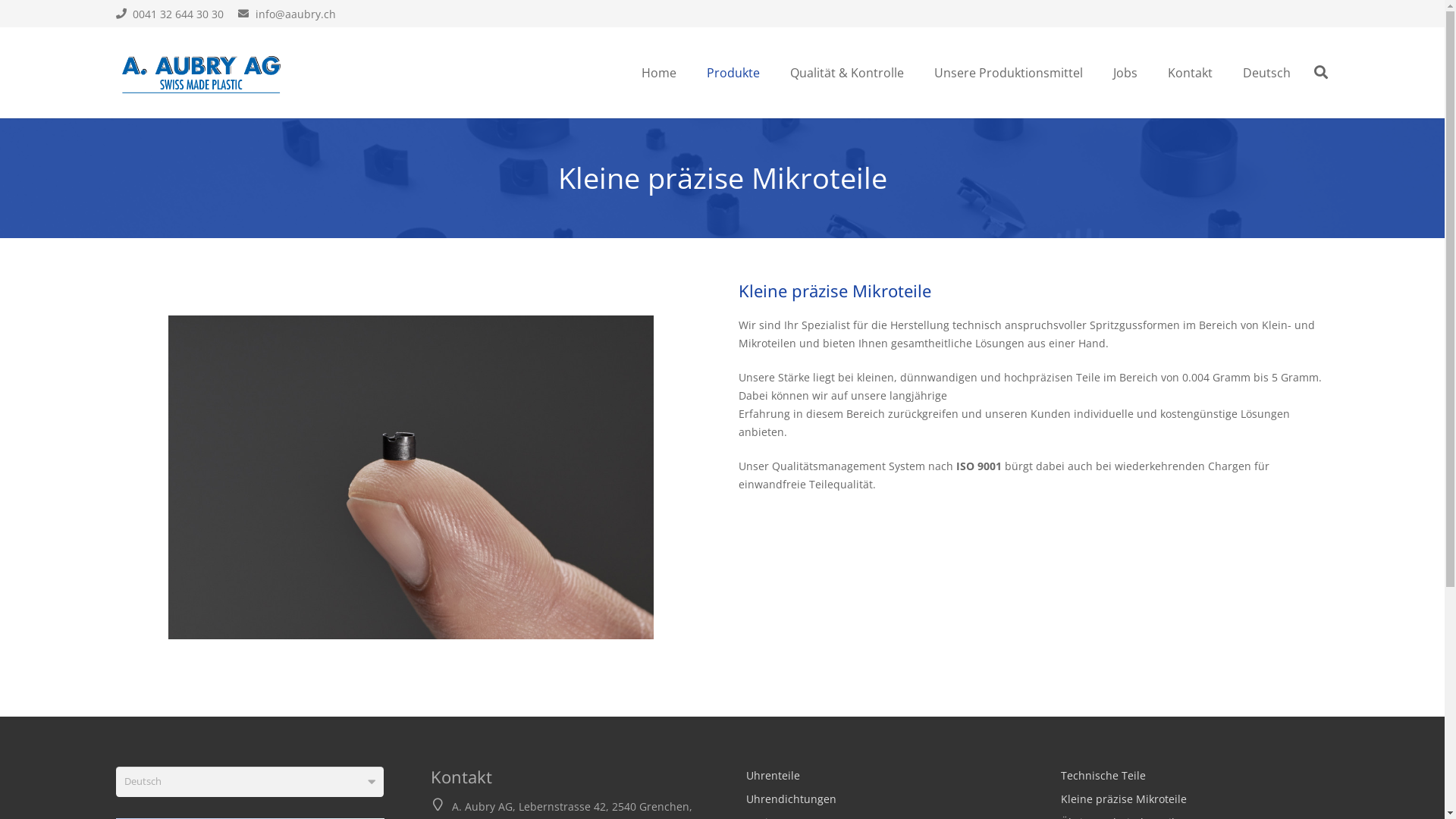 The height and width of the screenshot is (819, 1456). What do you see at coordinates (1103, 775) in the screenshot?
I see `'Technische Teile'` at bounding box center [1103, 775].